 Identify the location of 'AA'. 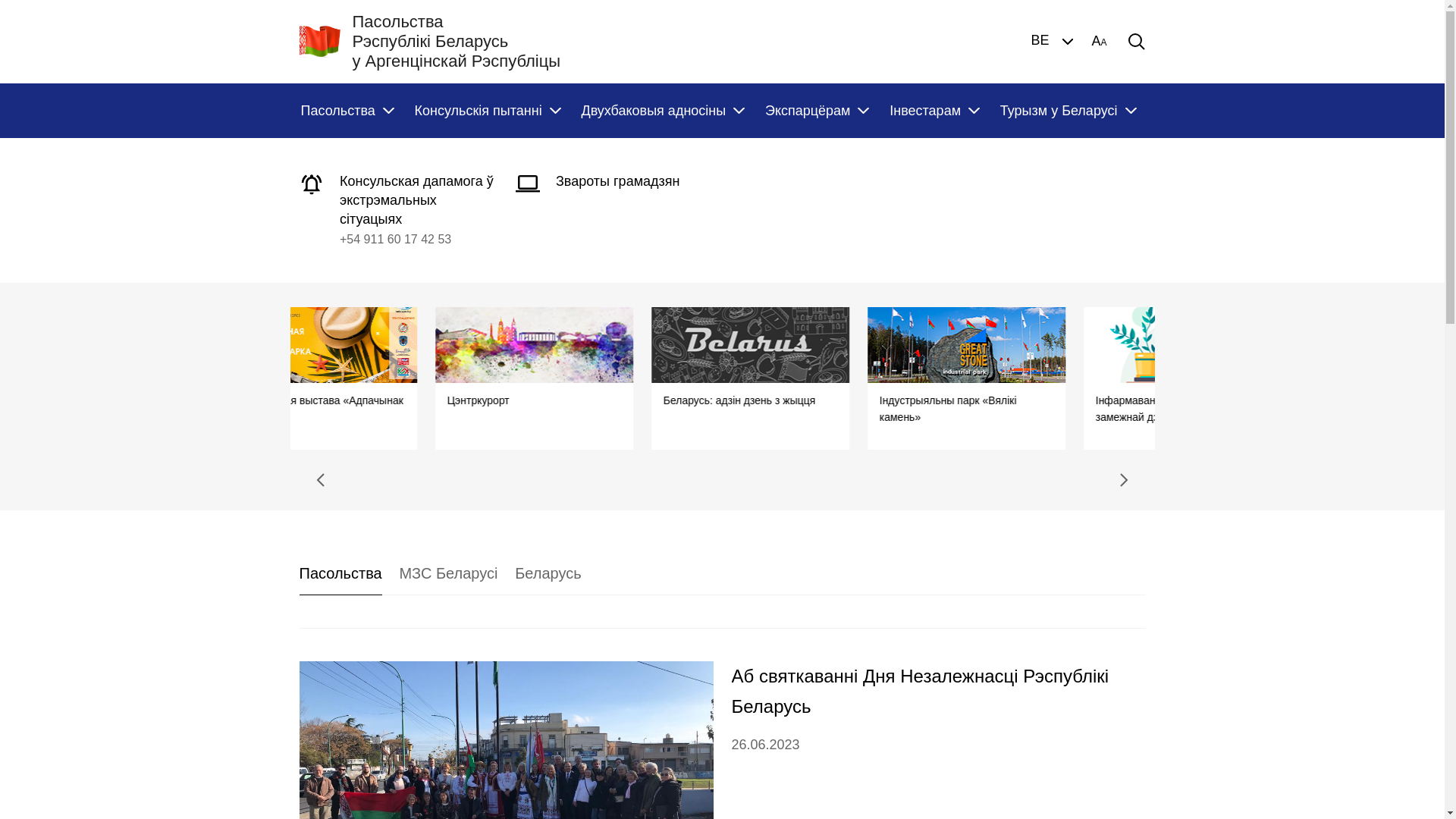
(1099, 40).